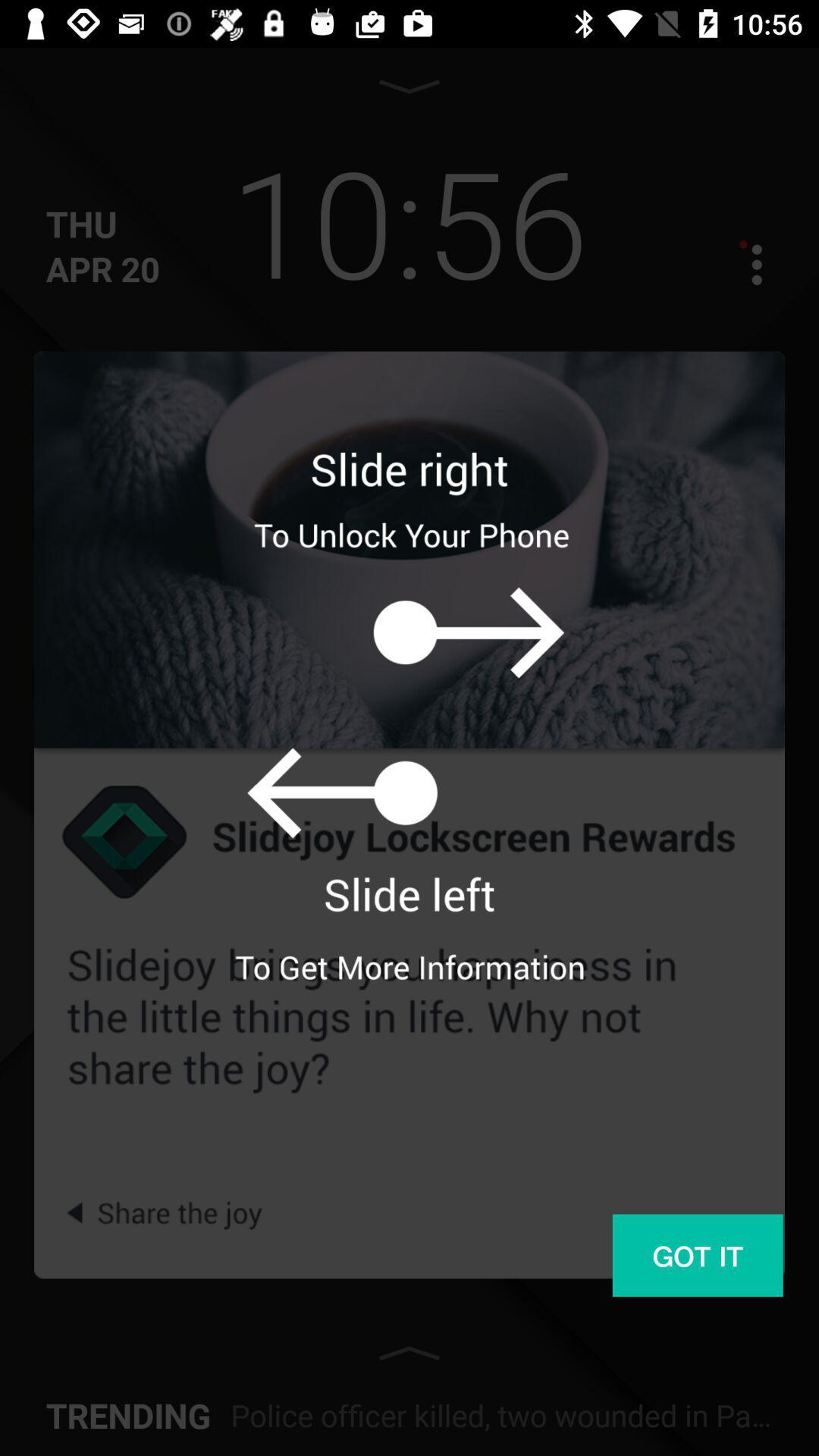  I want to click on show more information, so click(742, 264).